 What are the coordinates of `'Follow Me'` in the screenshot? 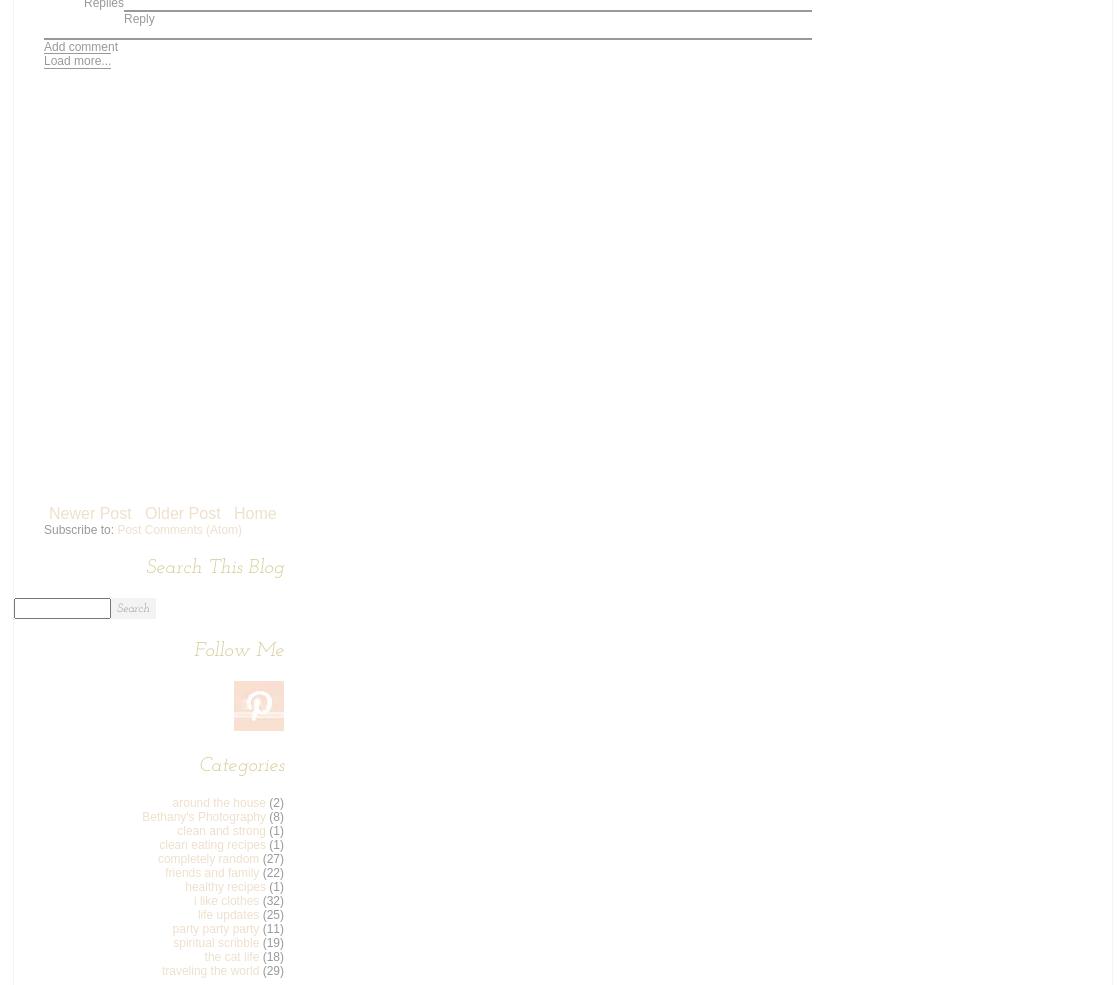 It's located at (239, 649).